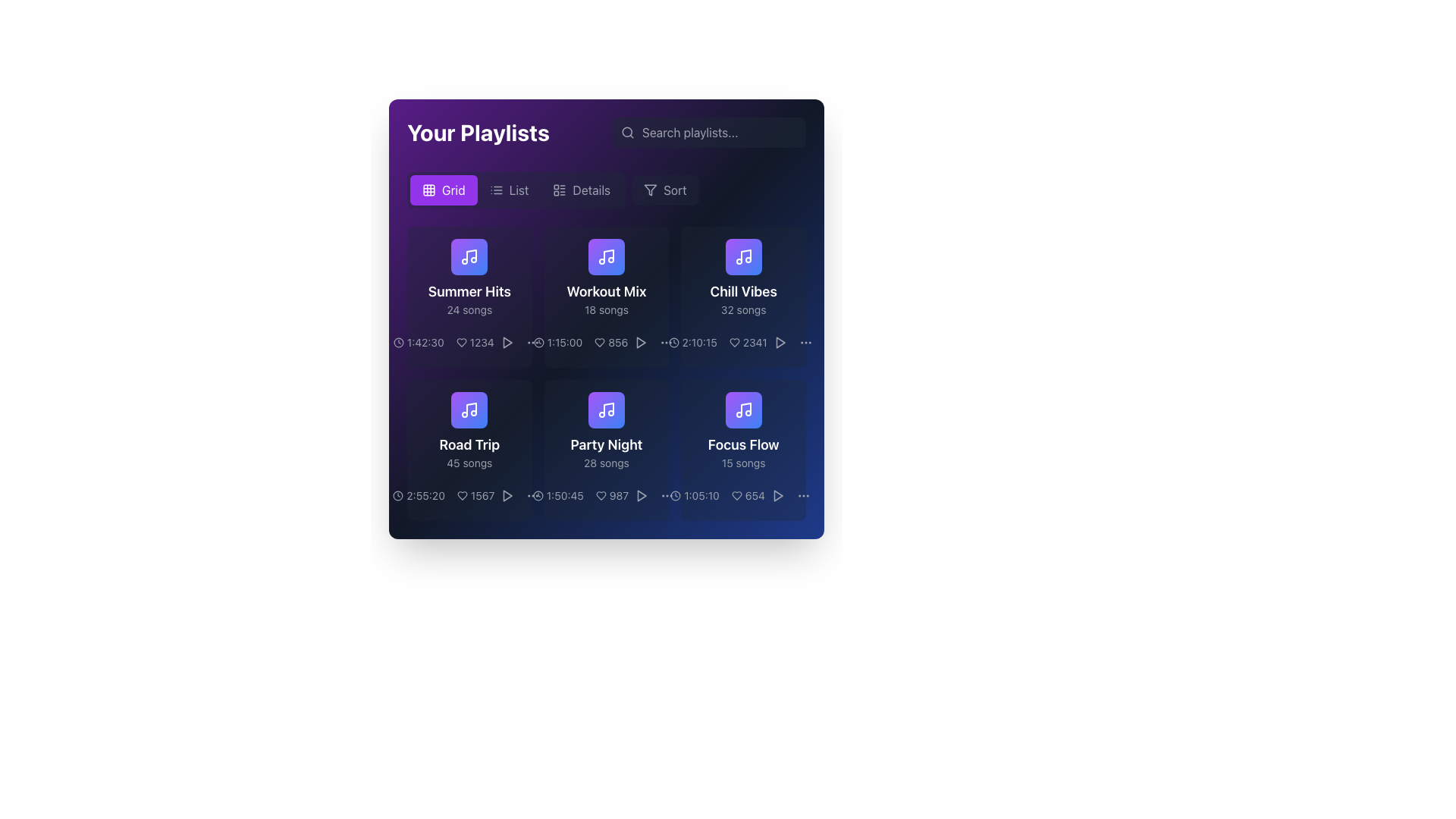 The width and height of the screenshot is (1456, 819). What do you see at coordinates (532, 342) in the screenshot?
I see `the third interactive circular button located under the second playlist tile ('Workout Mix')` at bounding box center [532, 342].